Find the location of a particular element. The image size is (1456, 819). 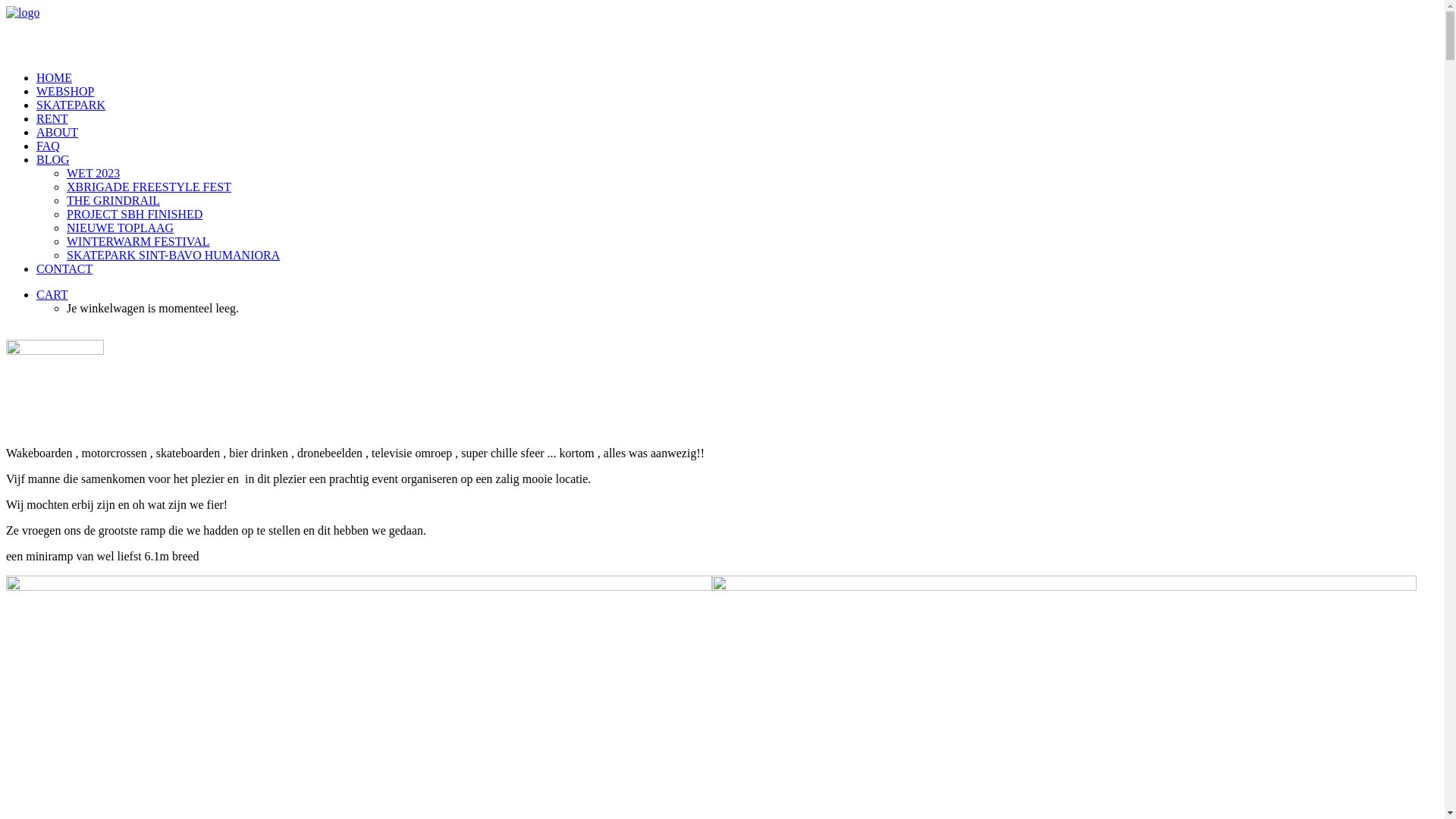

'WET 2023' is located at coordinates (752, 172).